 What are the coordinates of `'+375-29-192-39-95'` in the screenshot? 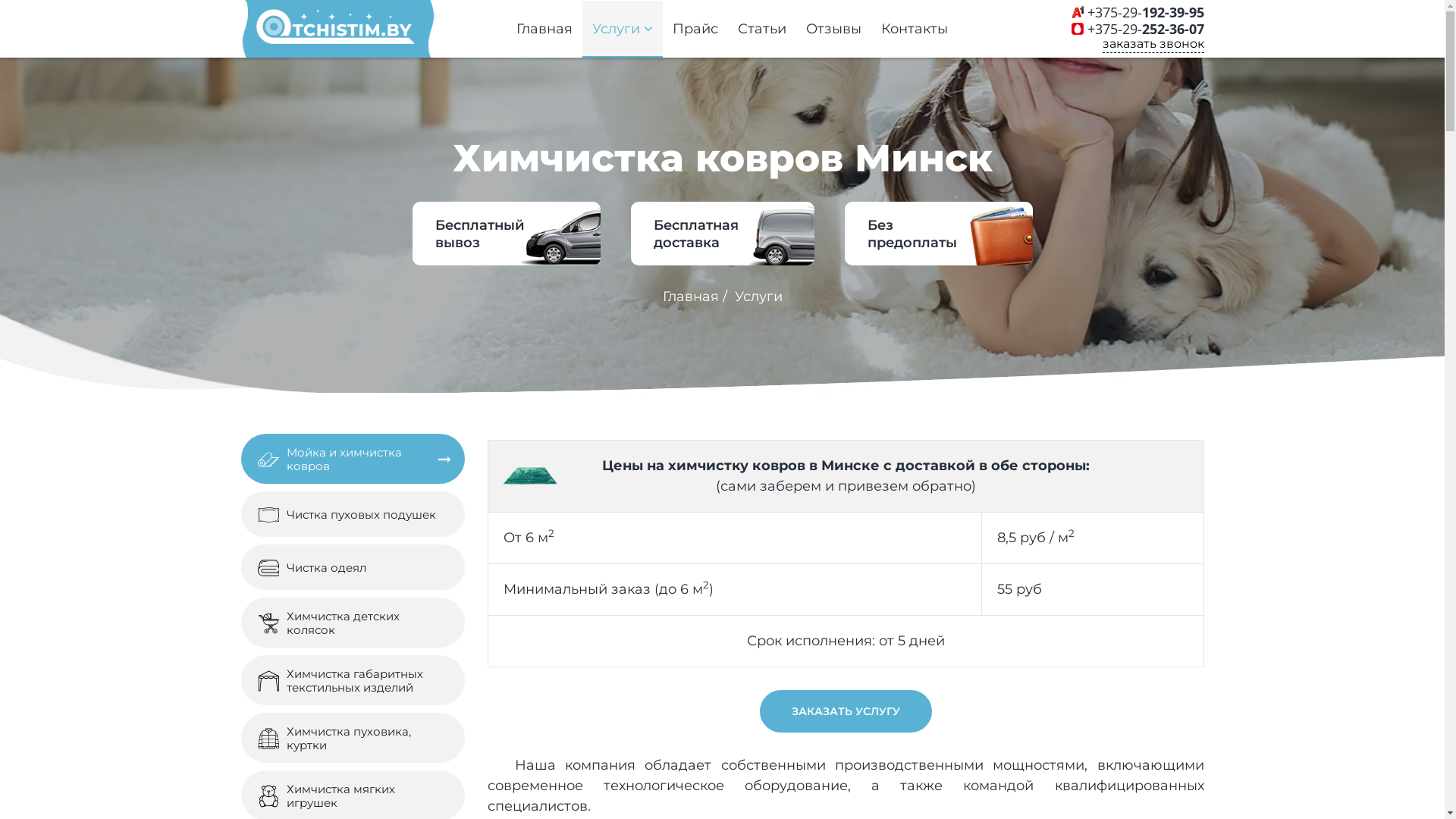 It's located at (1146, 11).